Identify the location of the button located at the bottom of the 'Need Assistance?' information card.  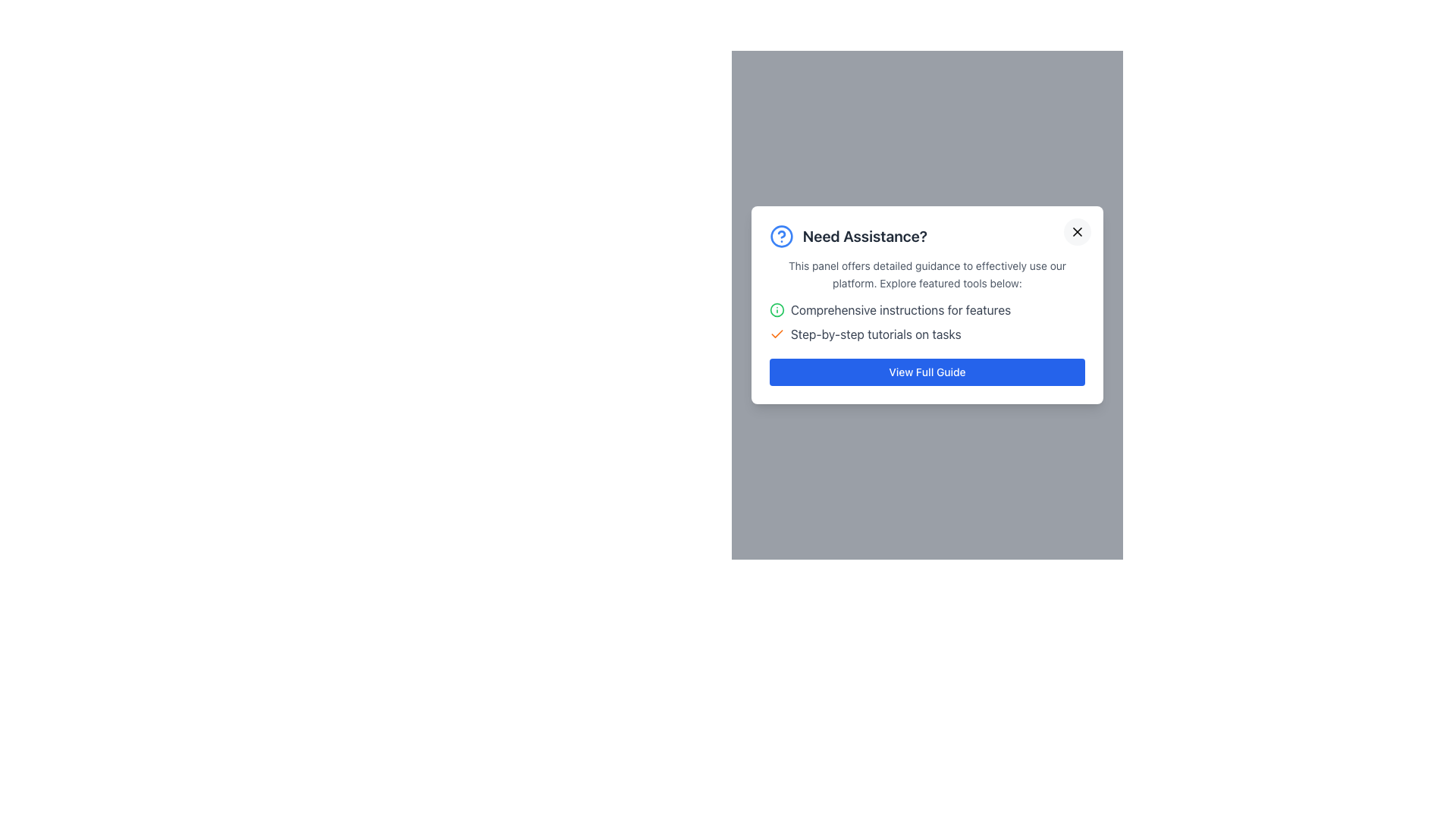
(927, 372).